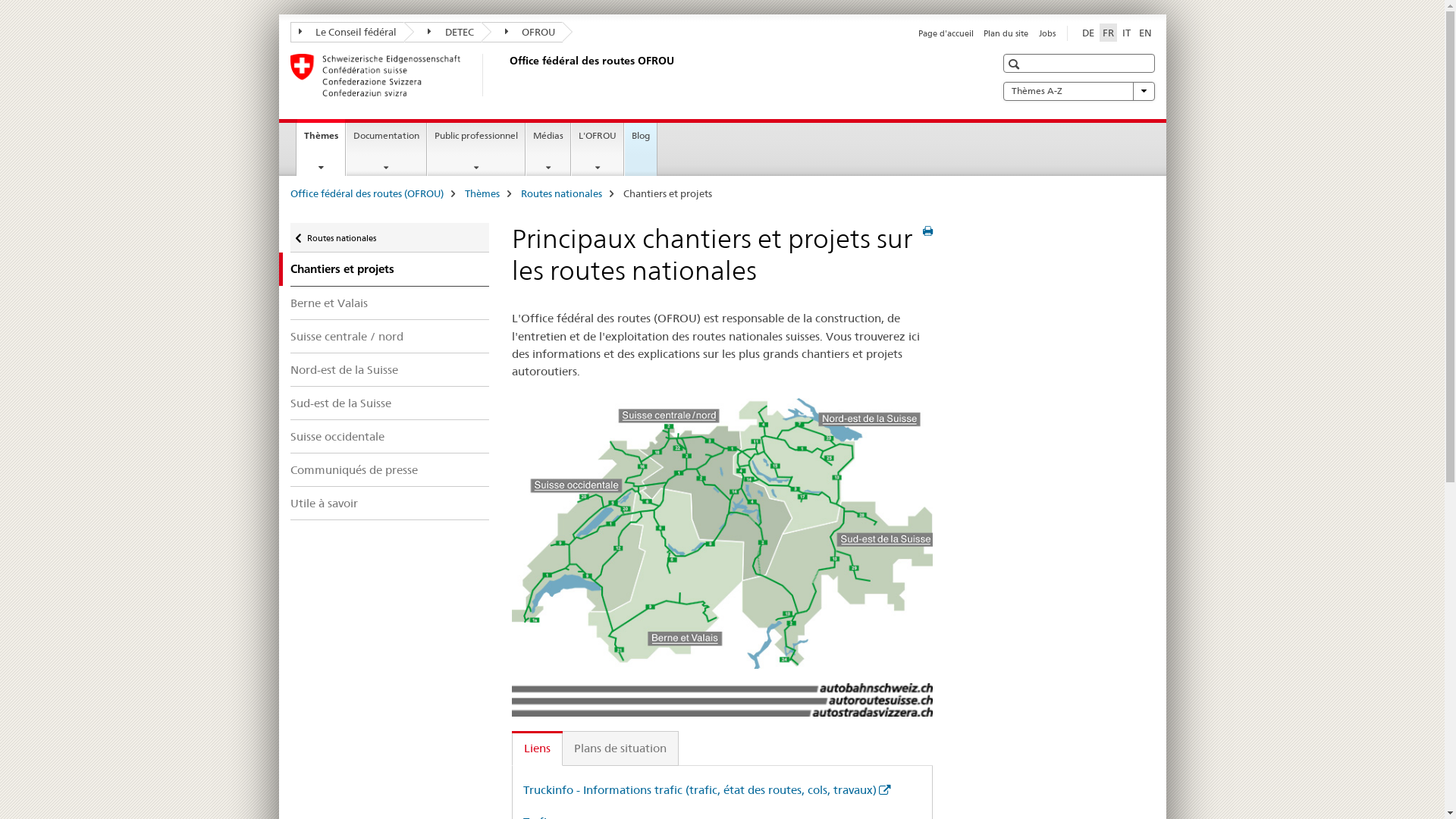 This screenshot has width=1456, height=819. Describe the element at coordinates (386, 149) in the screenshot. I see `'Documentation'` at that location.